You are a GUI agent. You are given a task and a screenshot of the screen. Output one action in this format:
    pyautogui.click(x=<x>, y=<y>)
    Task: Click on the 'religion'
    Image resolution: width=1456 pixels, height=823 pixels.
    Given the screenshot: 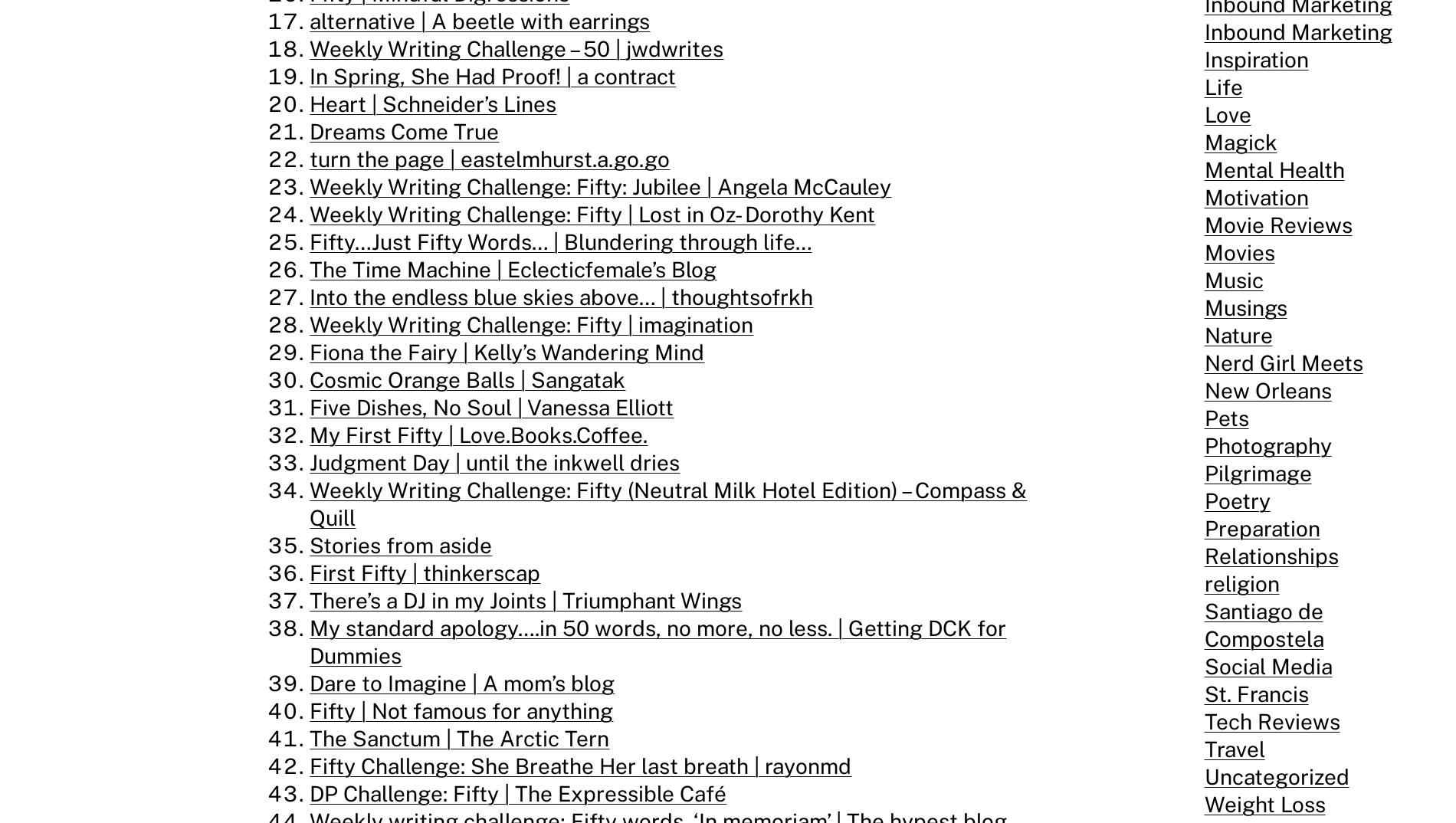 What is the action you would take?
    pyautogui.click(x=1241, y=582)
    